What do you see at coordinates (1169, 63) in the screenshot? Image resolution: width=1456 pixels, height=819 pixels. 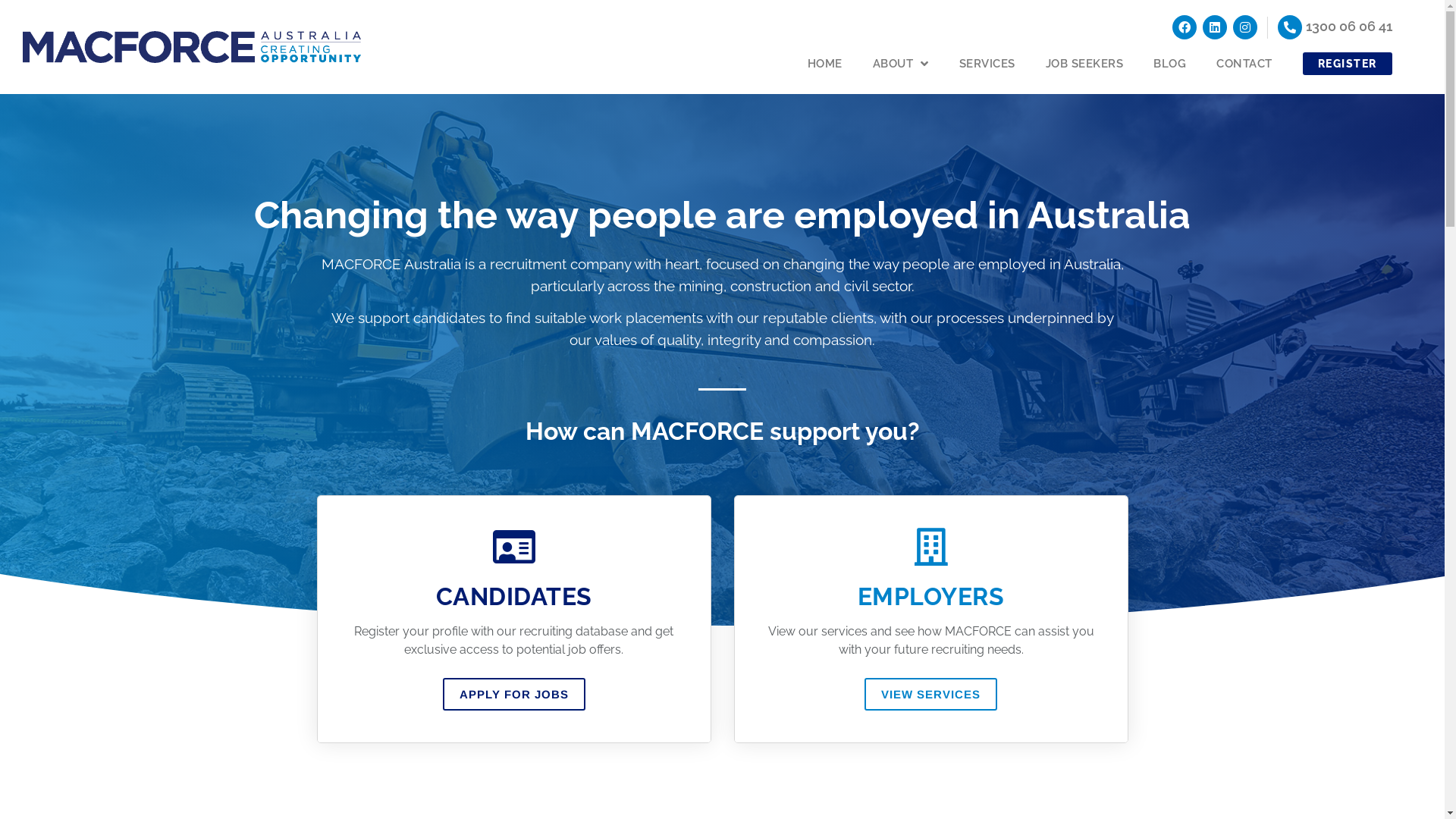 I see `'BLOG'` at bounding box center [1169, 63].